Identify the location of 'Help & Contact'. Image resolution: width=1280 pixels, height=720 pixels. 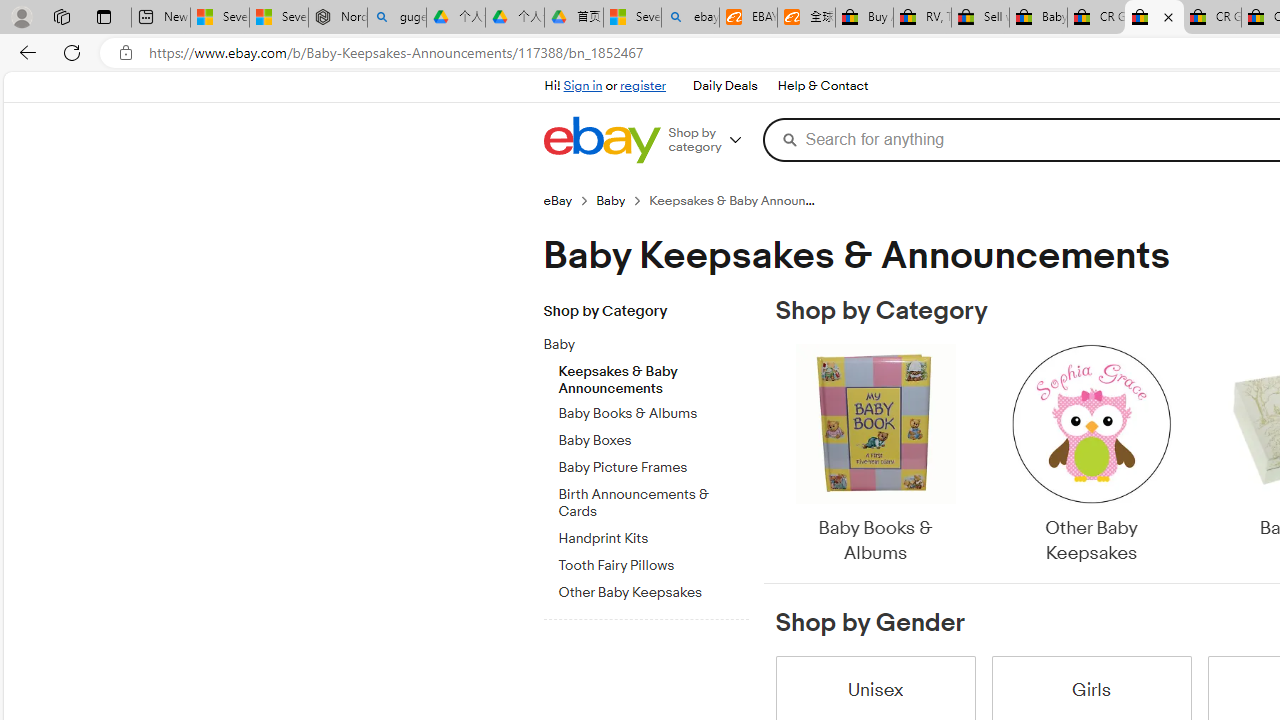
(821, 85).